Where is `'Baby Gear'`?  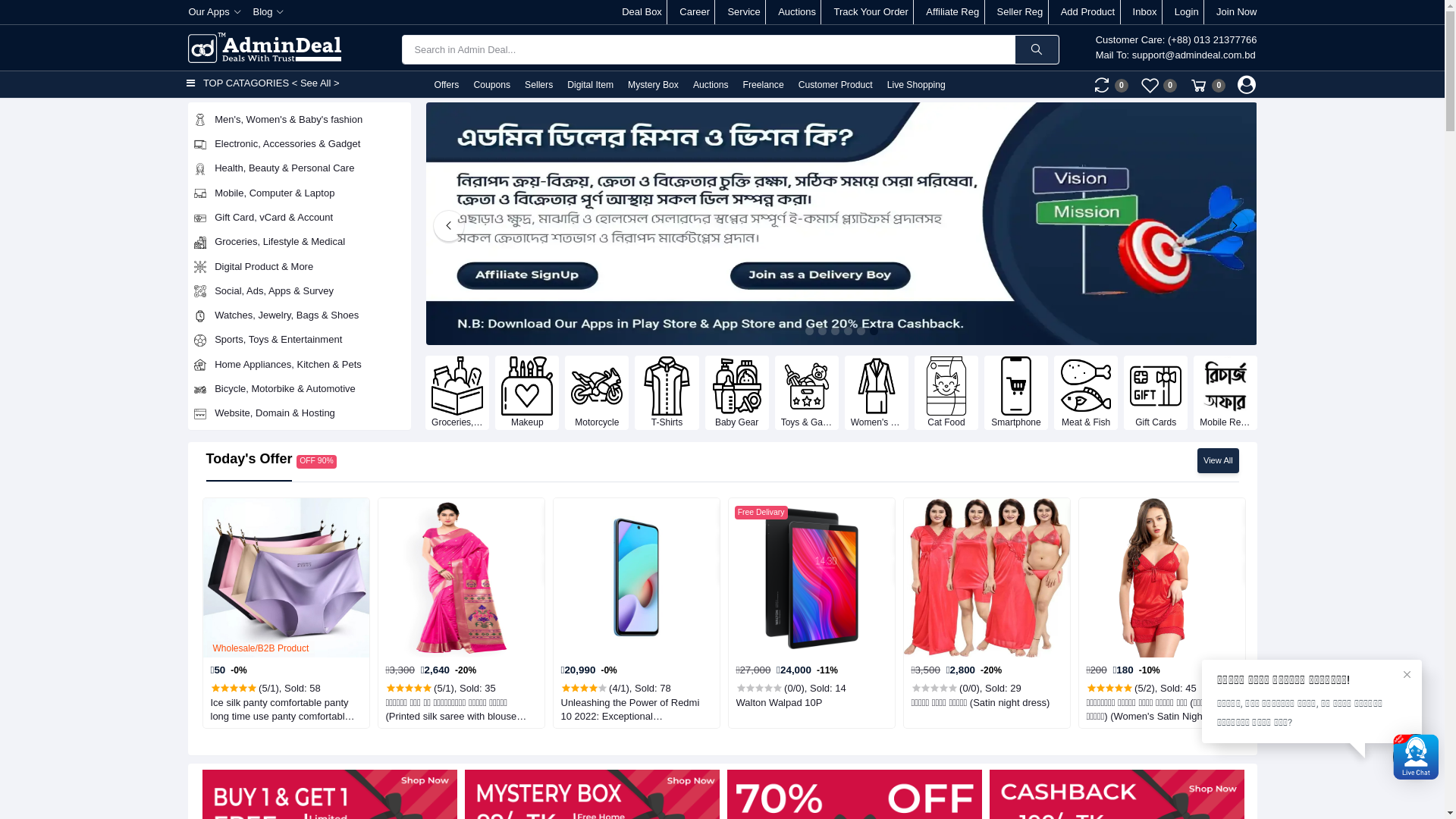 'Baby Gear' is located at coordinates (736, 391).